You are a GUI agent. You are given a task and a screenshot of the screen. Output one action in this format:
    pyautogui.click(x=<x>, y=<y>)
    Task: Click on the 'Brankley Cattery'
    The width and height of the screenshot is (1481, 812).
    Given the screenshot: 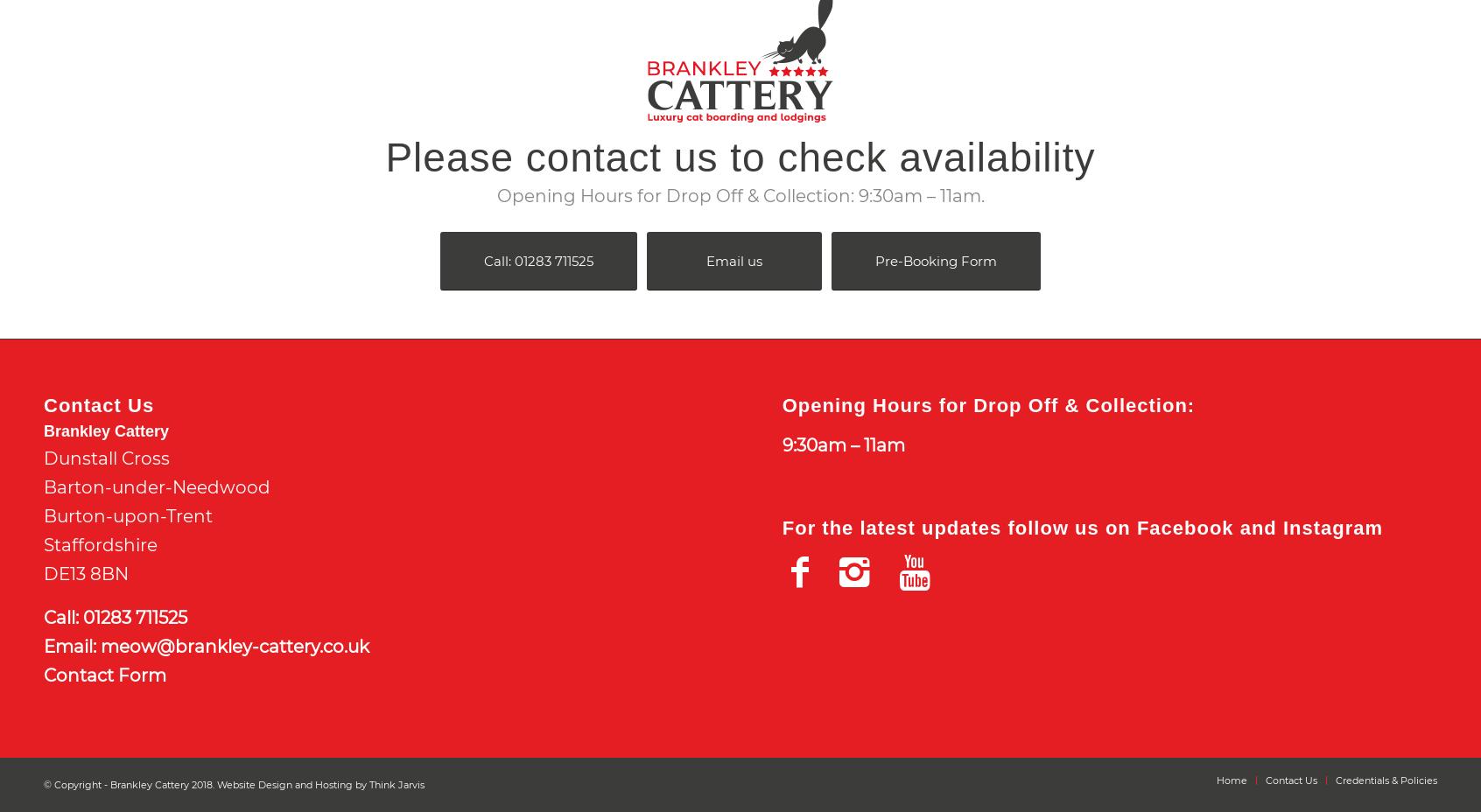 What is the action you would take?
    pyautogui.click(x=106, y=430)
    